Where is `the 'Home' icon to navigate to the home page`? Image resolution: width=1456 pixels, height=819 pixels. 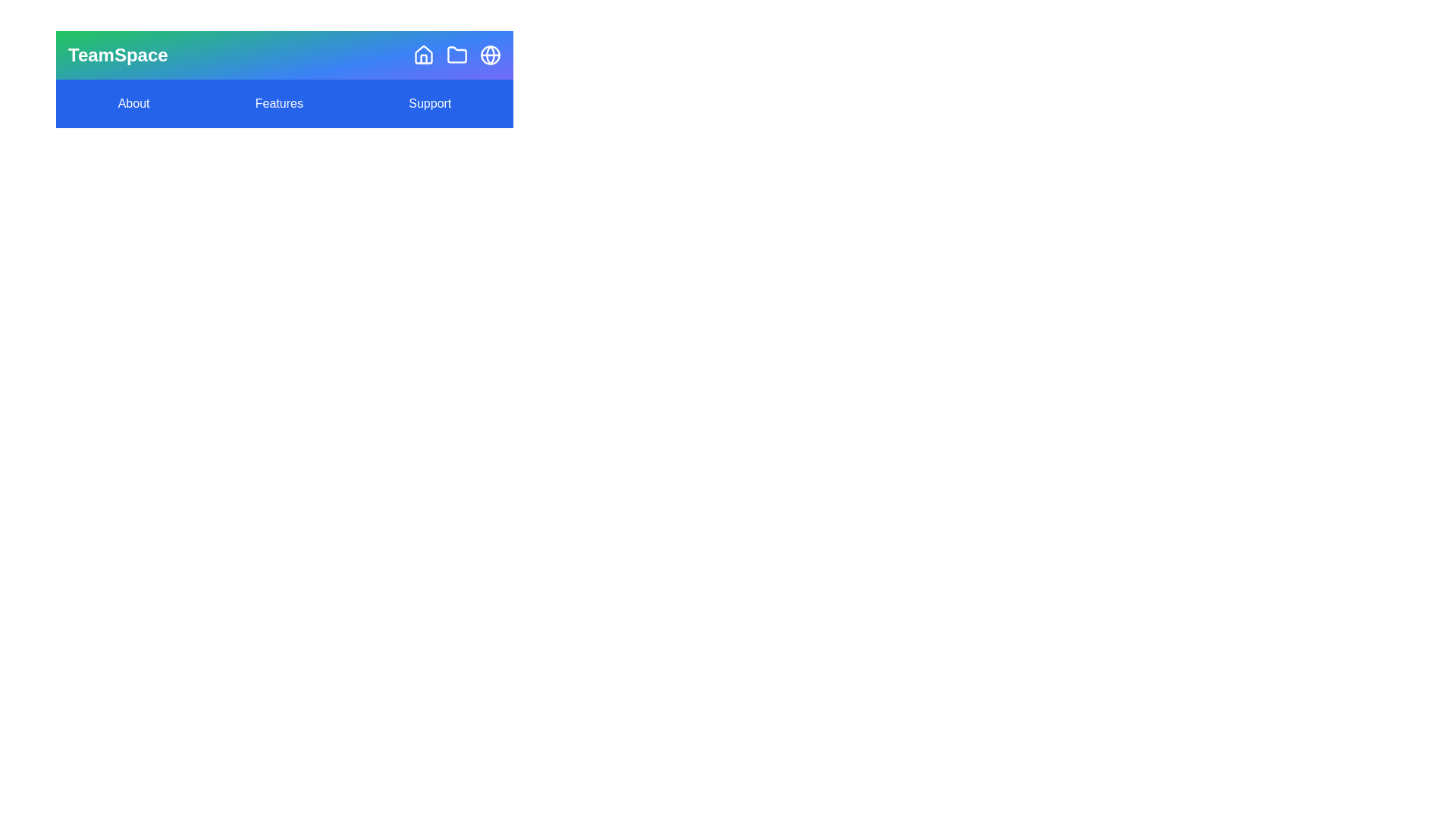
the 'Home' icon to navigate to the home page is located at coordinates (423, 55).